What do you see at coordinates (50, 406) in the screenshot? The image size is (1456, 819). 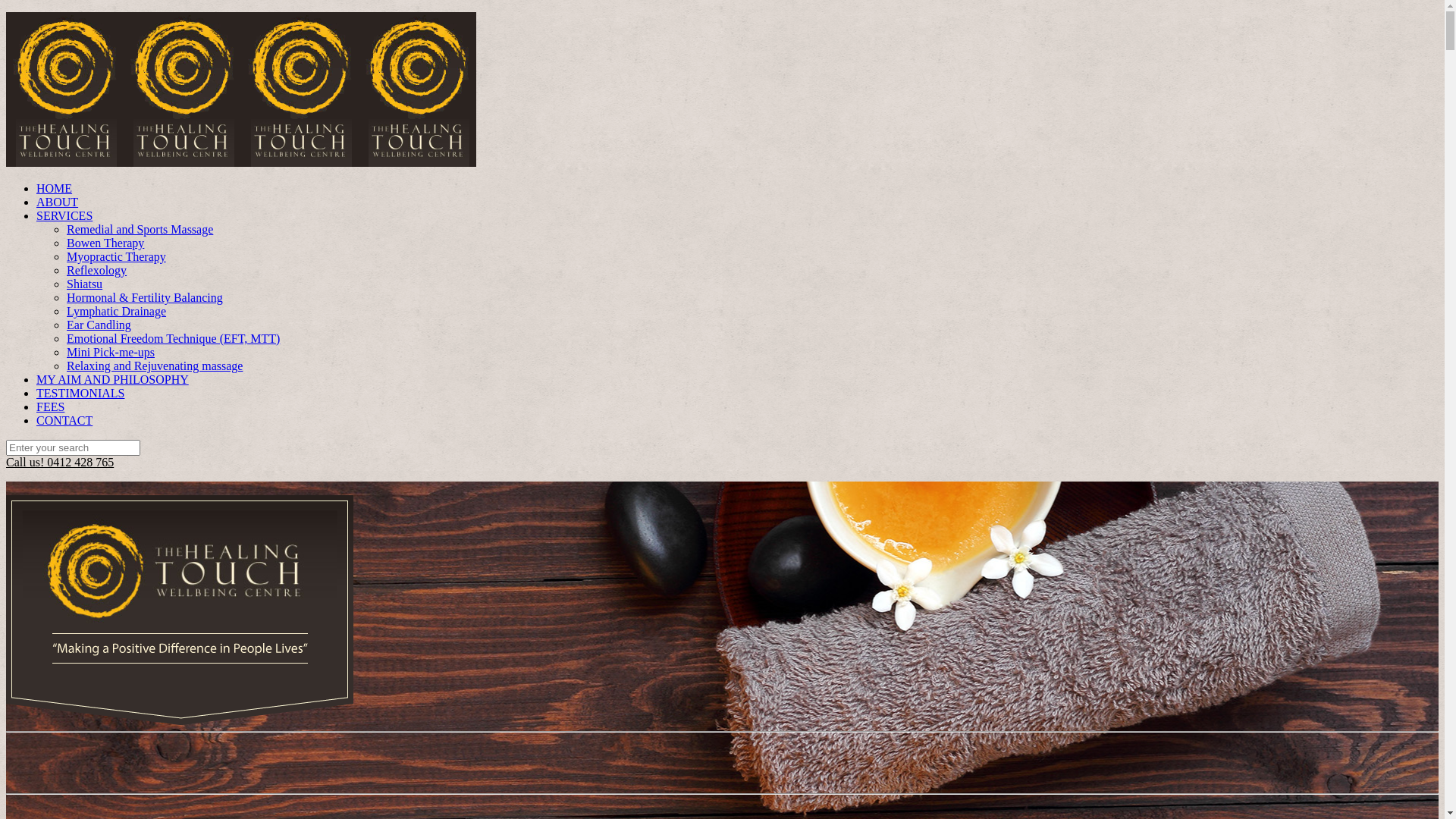 I see `'FEES'` at bounding box center [50, 406].